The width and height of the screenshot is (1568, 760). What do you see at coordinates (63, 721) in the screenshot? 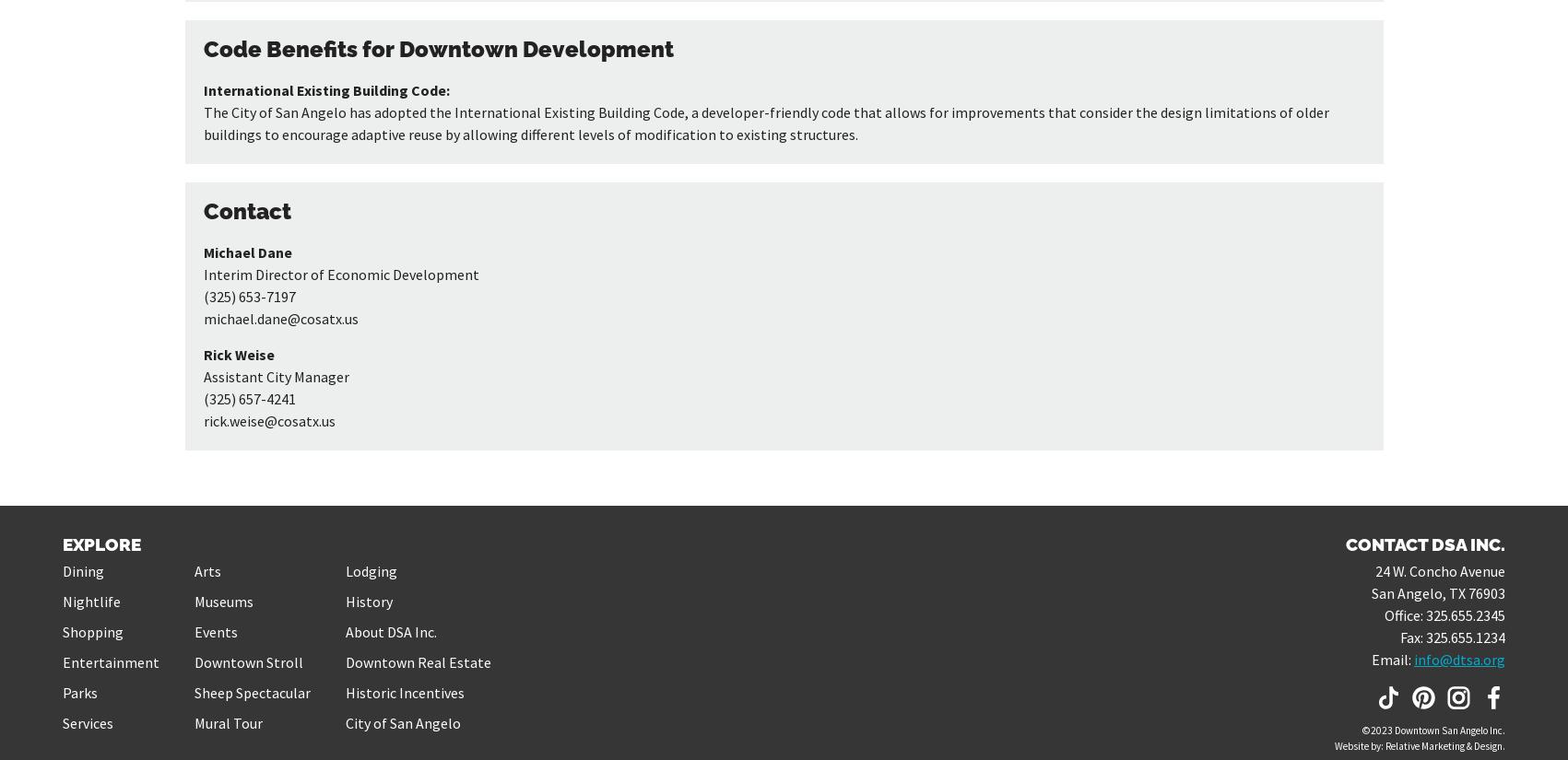
I see `'Services'` at bounding box center [63, 721].